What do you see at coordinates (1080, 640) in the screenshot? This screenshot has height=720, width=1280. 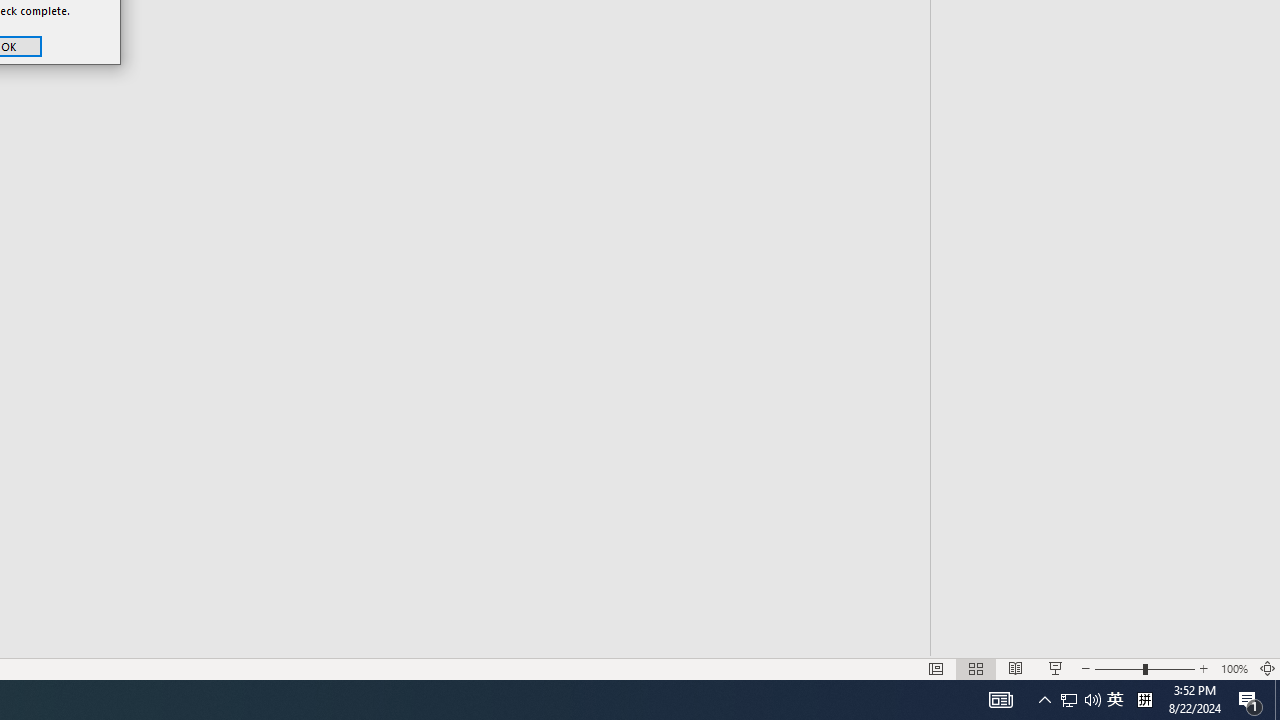 I see `'Zoom Out'` at bounding box center [1080, 640].